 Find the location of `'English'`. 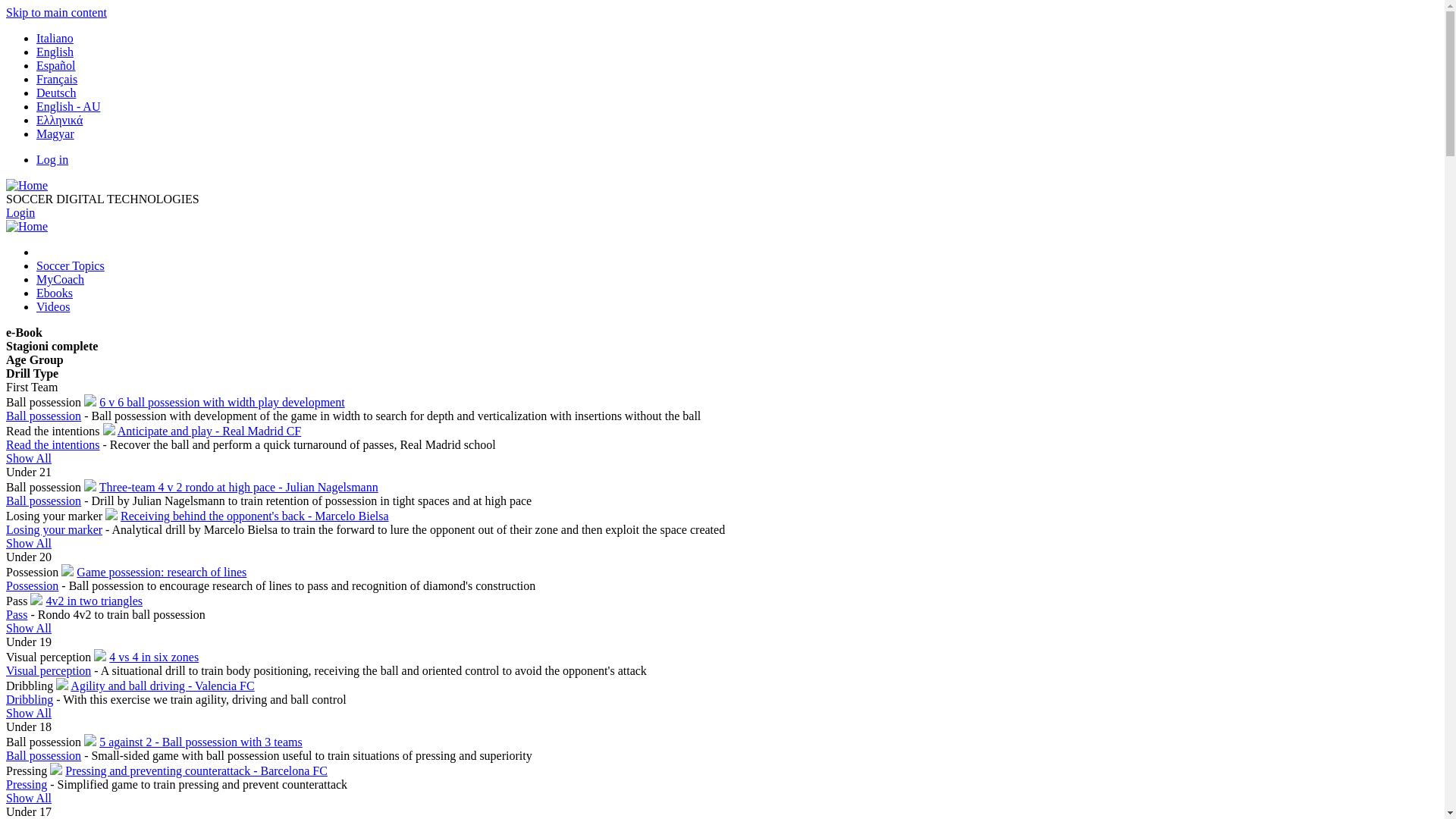

'English' is located at coordinates (55, 51).